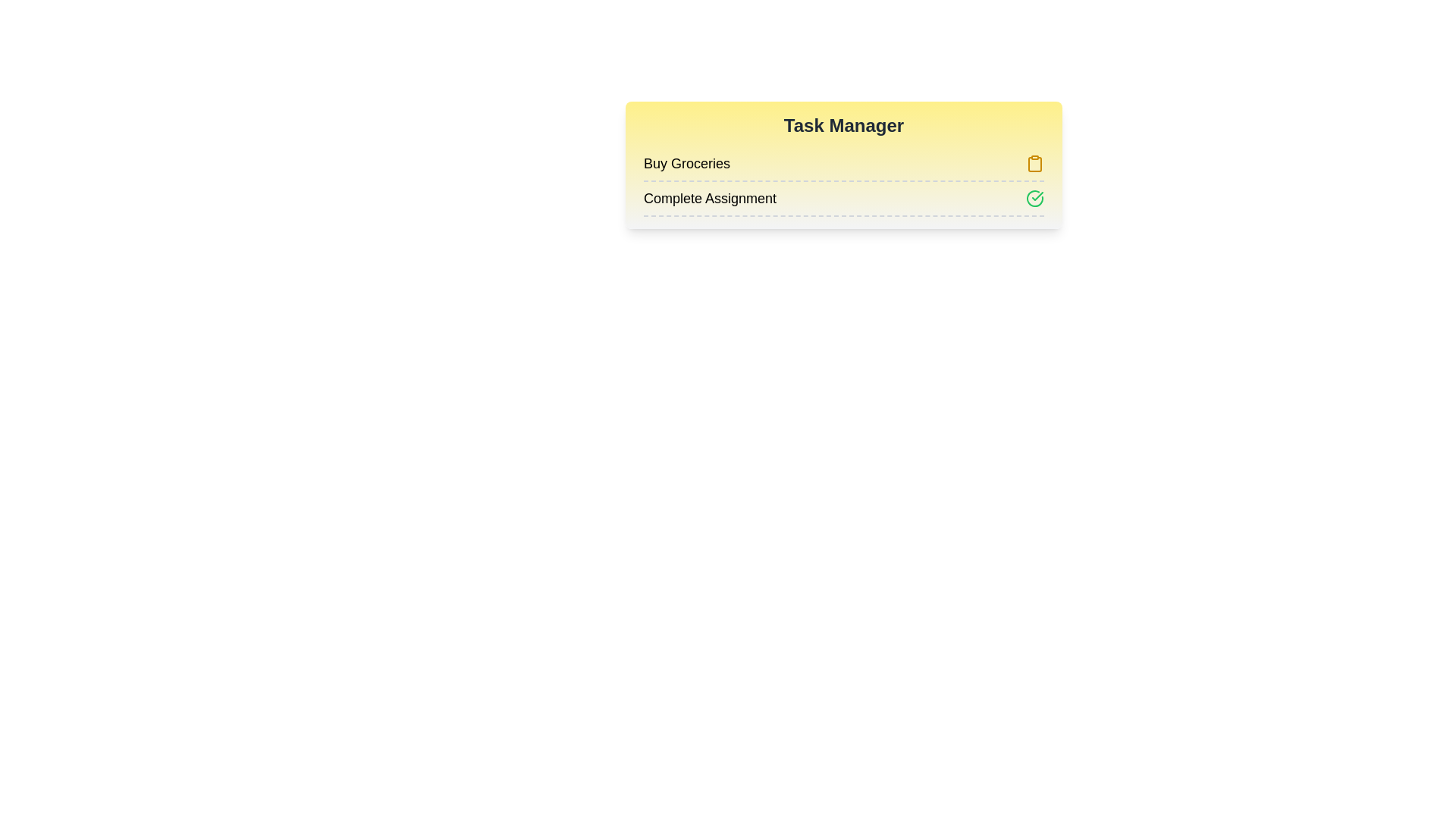 The width and height of the screenshot is (1456, 819). I want to click on the completion icon located at the far-right side of the 'Complete Assignment' task row, so click(1034, 198).